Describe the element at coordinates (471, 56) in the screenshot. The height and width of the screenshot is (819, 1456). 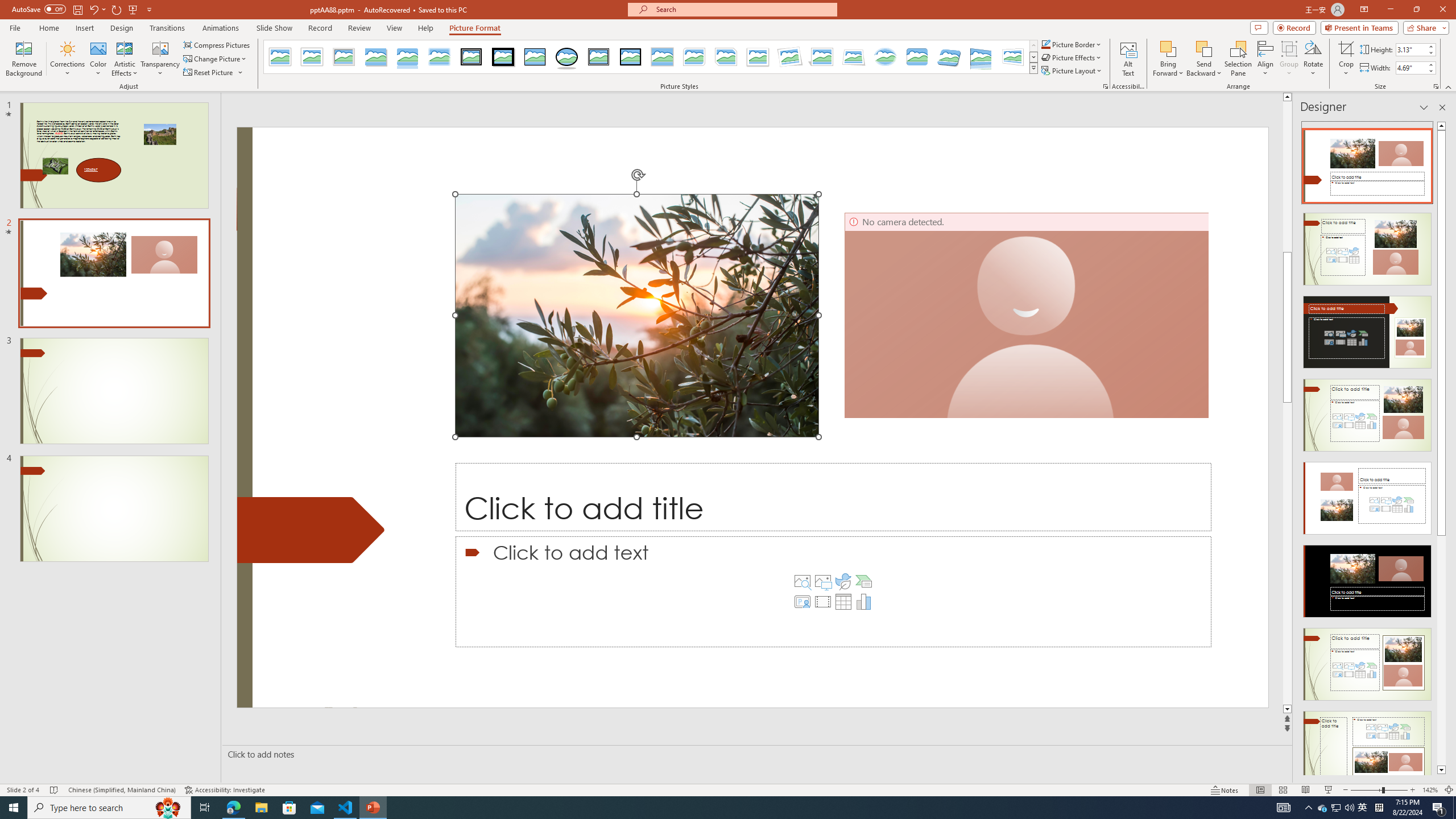
I see `'Double Frame, Black'` at that location.